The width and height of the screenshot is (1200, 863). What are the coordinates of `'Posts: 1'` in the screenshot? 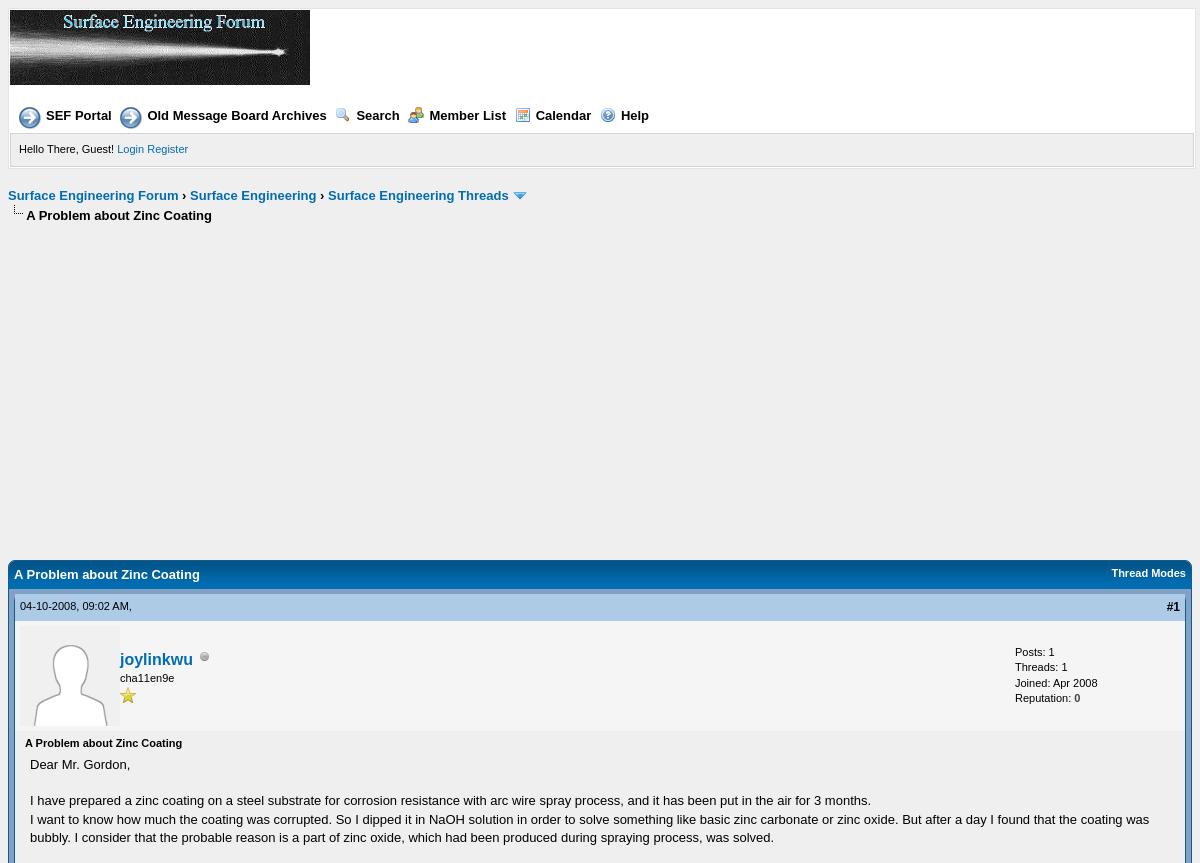 It's located at (1034, 649).